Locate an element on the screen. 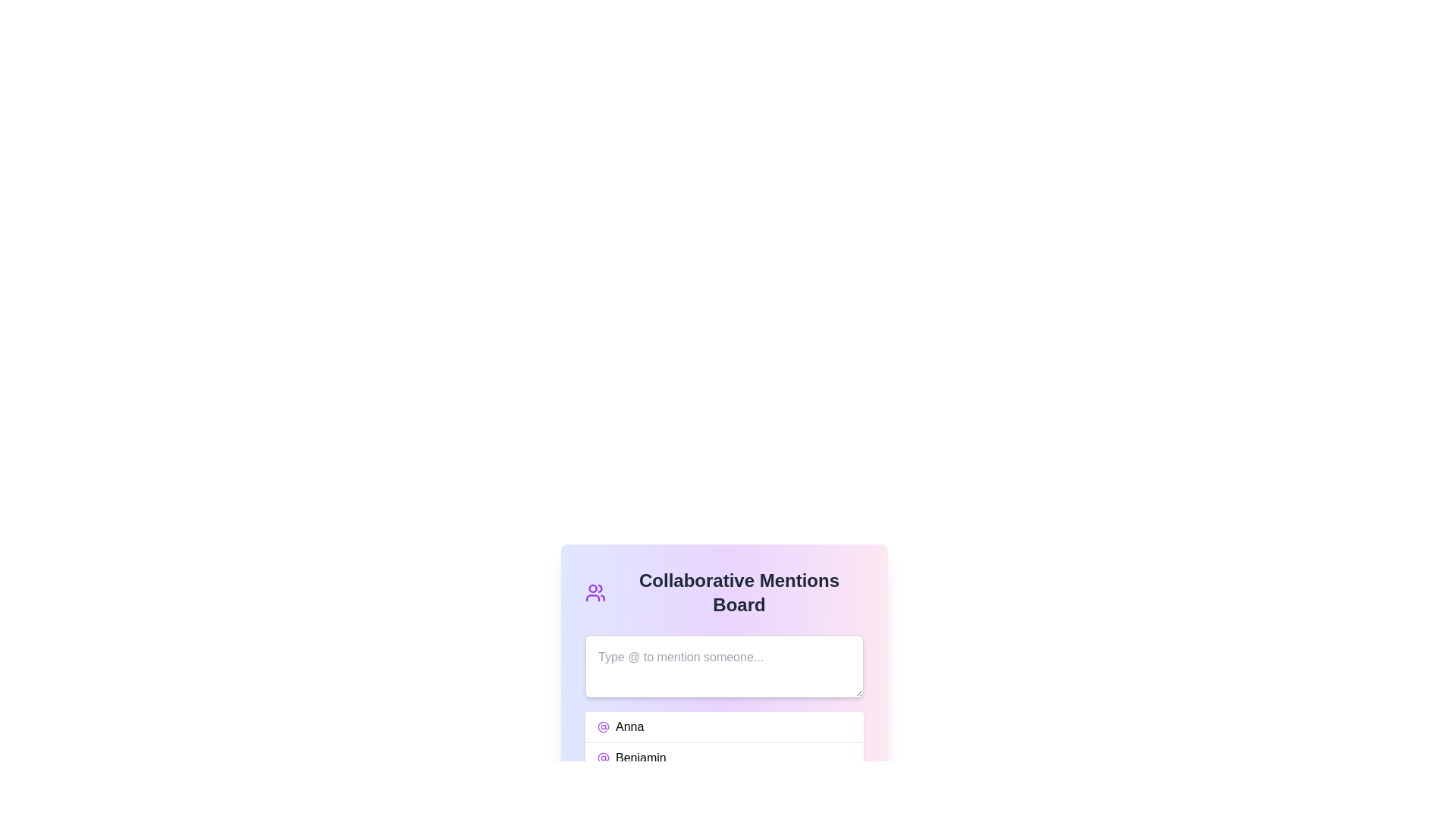 This screenshot has height=819, width=1456. the vector graphic component that visually represents a group or community of users, located at the top-left corner of the interface above the 'Collaborative Mentions Board' is located at coordinates (592, 597).